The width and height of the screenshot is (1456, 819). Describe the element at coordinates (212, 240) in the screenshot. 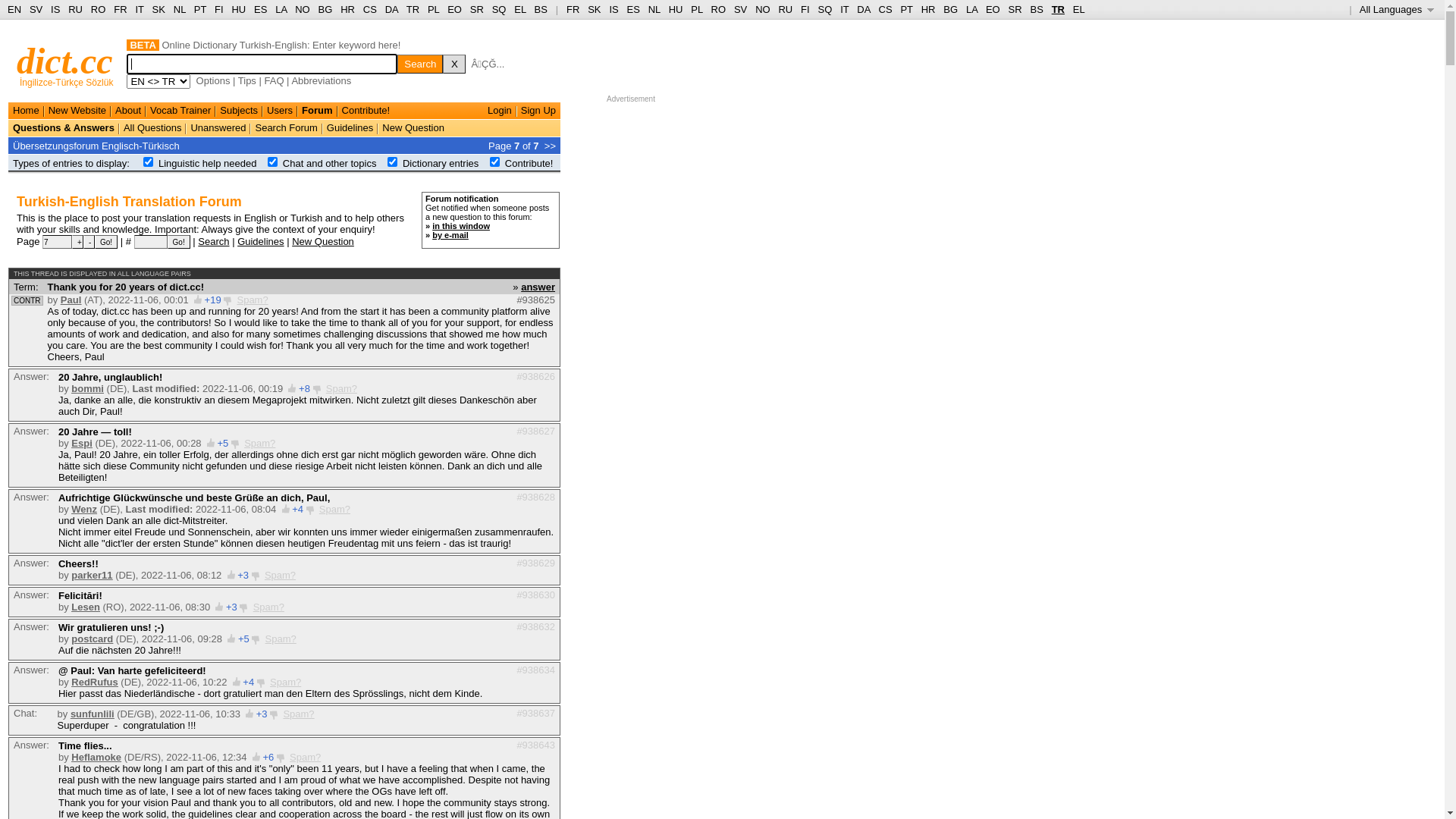

I see `'Search'` at that location.